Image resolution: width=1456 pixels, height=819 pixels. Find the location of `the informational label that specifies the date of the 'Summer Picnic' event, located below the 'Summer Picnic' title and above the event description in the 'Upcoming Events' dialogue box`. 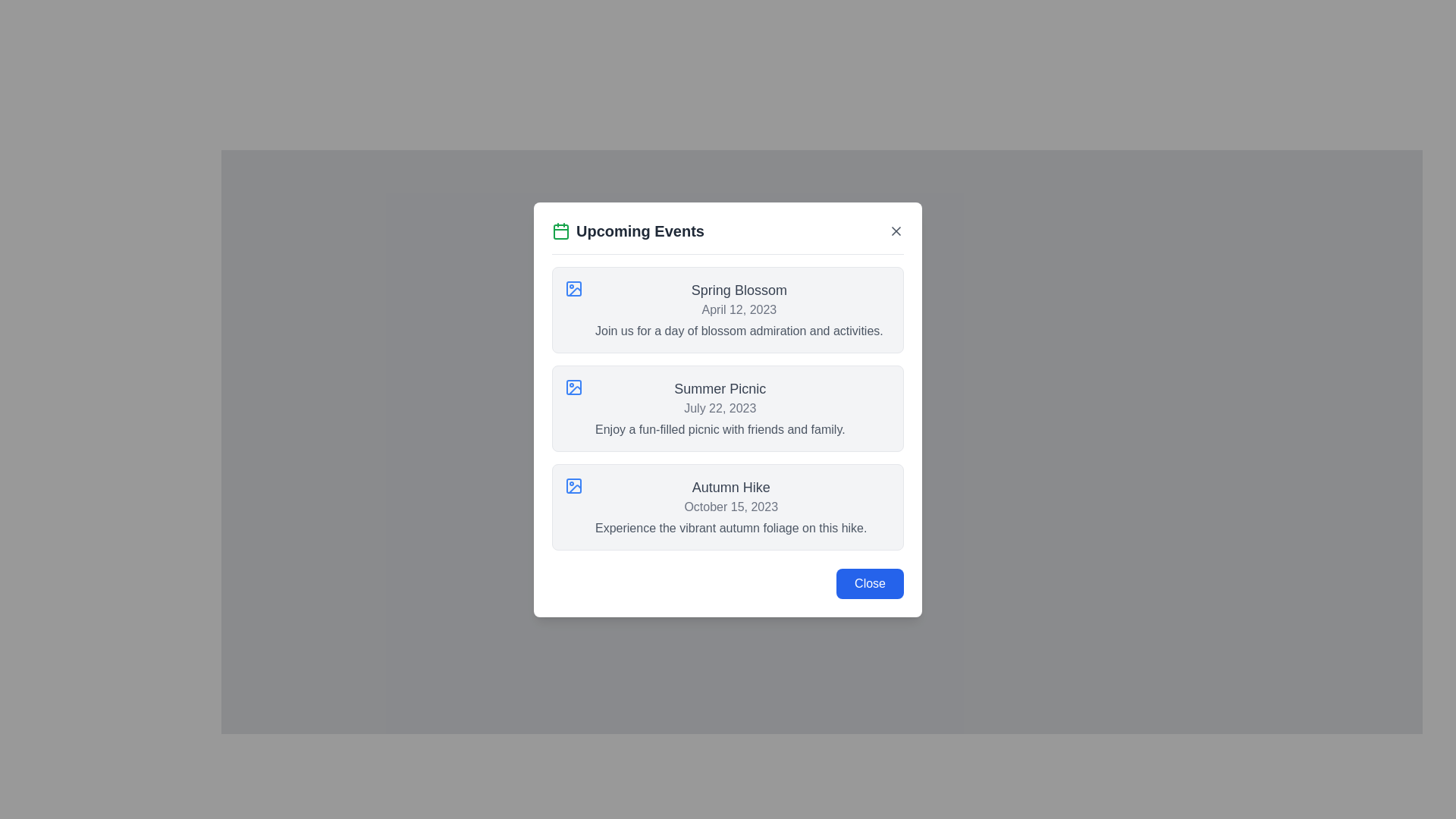

the informational label that specifies the date of the 'Summer Picnic' event, located below the 'Summer Picnic' title and above the event description in the 'Upcoming Events' dialogue box is located at coordinates (719, 407).